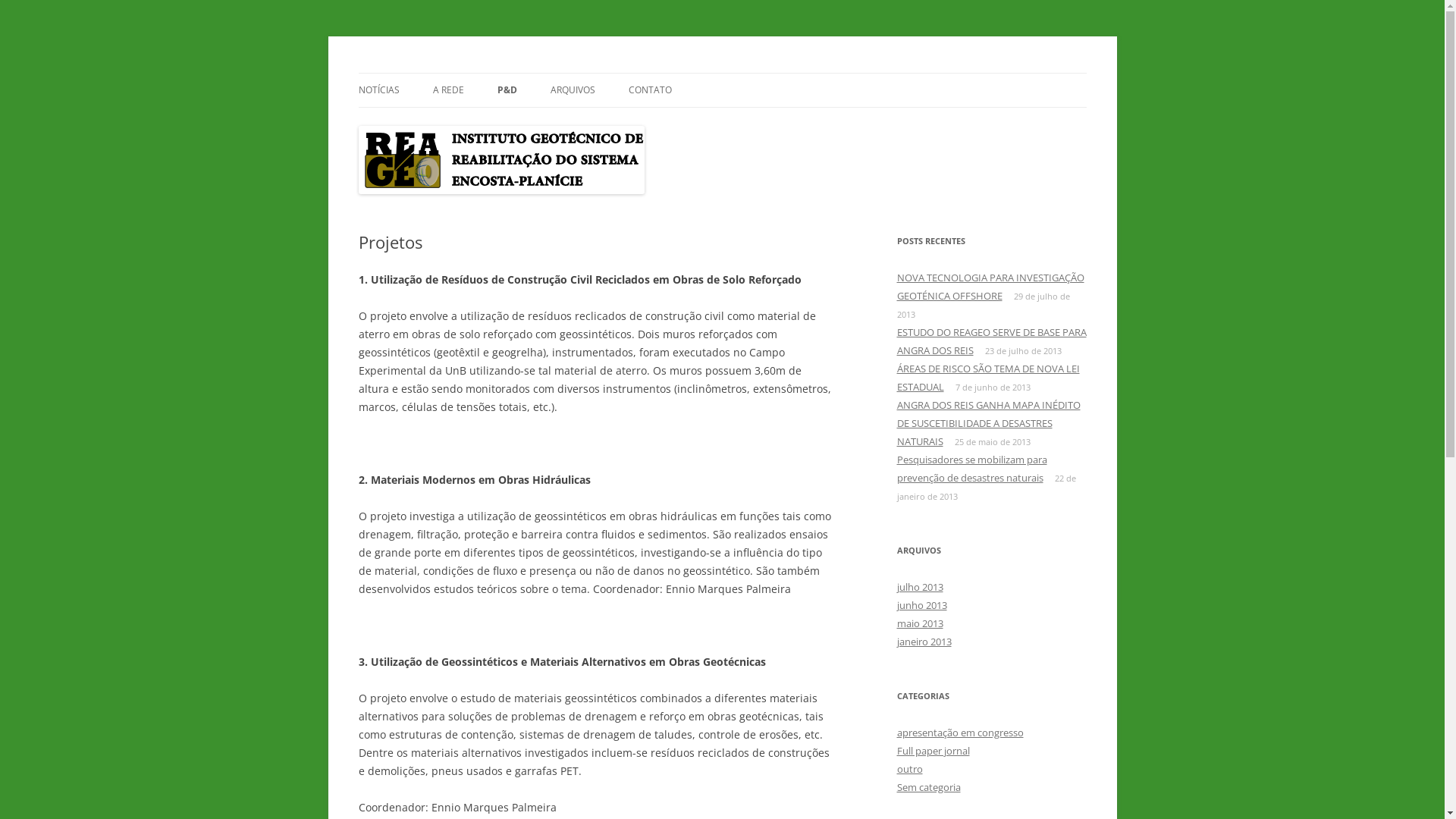  What do you see at coordinates (923, 641) in the screenshot?
I see `'janeiro 2013'` at bounding box center [923, 641].